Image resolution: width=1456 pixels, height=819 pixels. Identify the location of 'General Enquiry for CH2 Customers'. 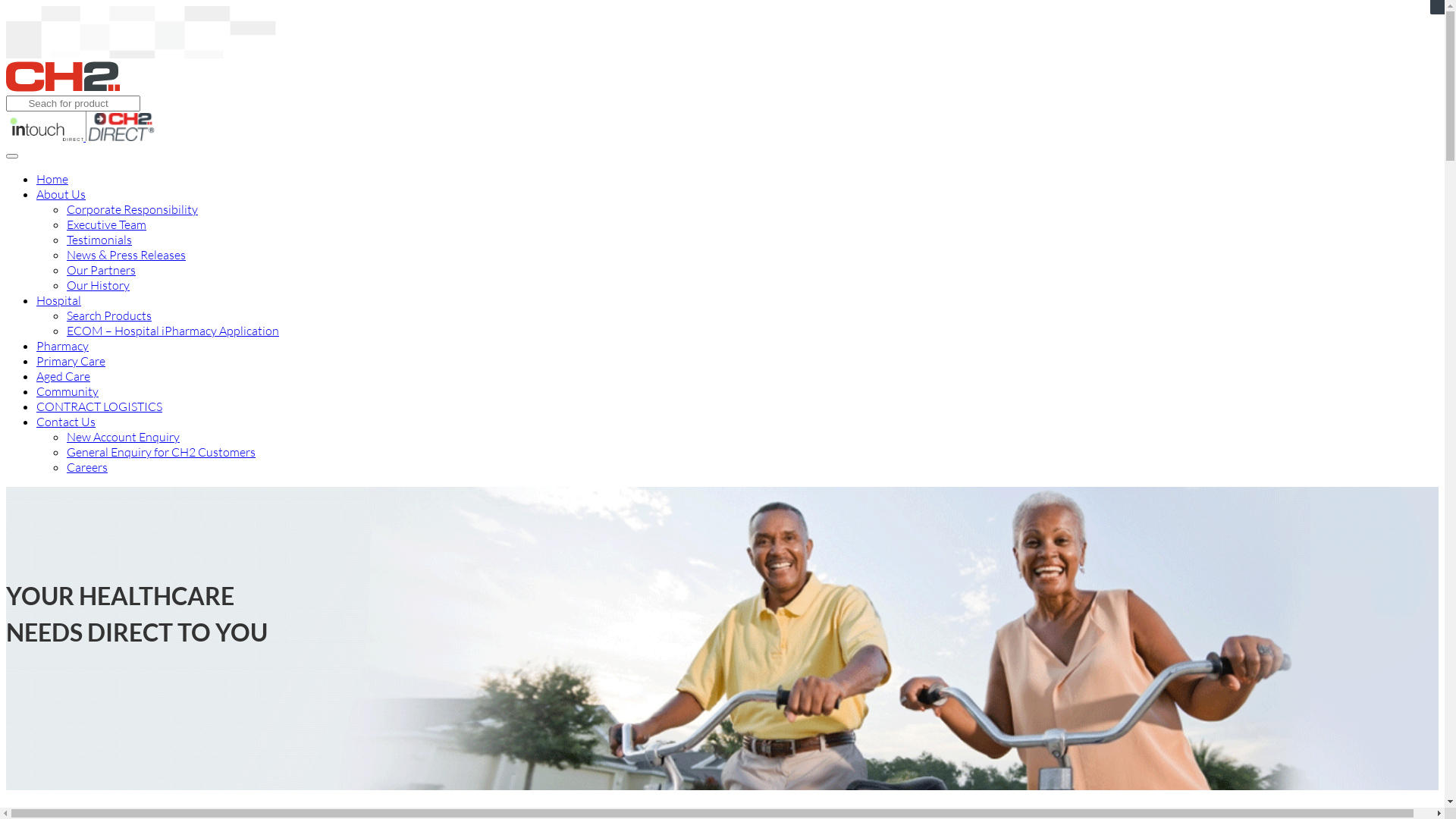
(161, 451).